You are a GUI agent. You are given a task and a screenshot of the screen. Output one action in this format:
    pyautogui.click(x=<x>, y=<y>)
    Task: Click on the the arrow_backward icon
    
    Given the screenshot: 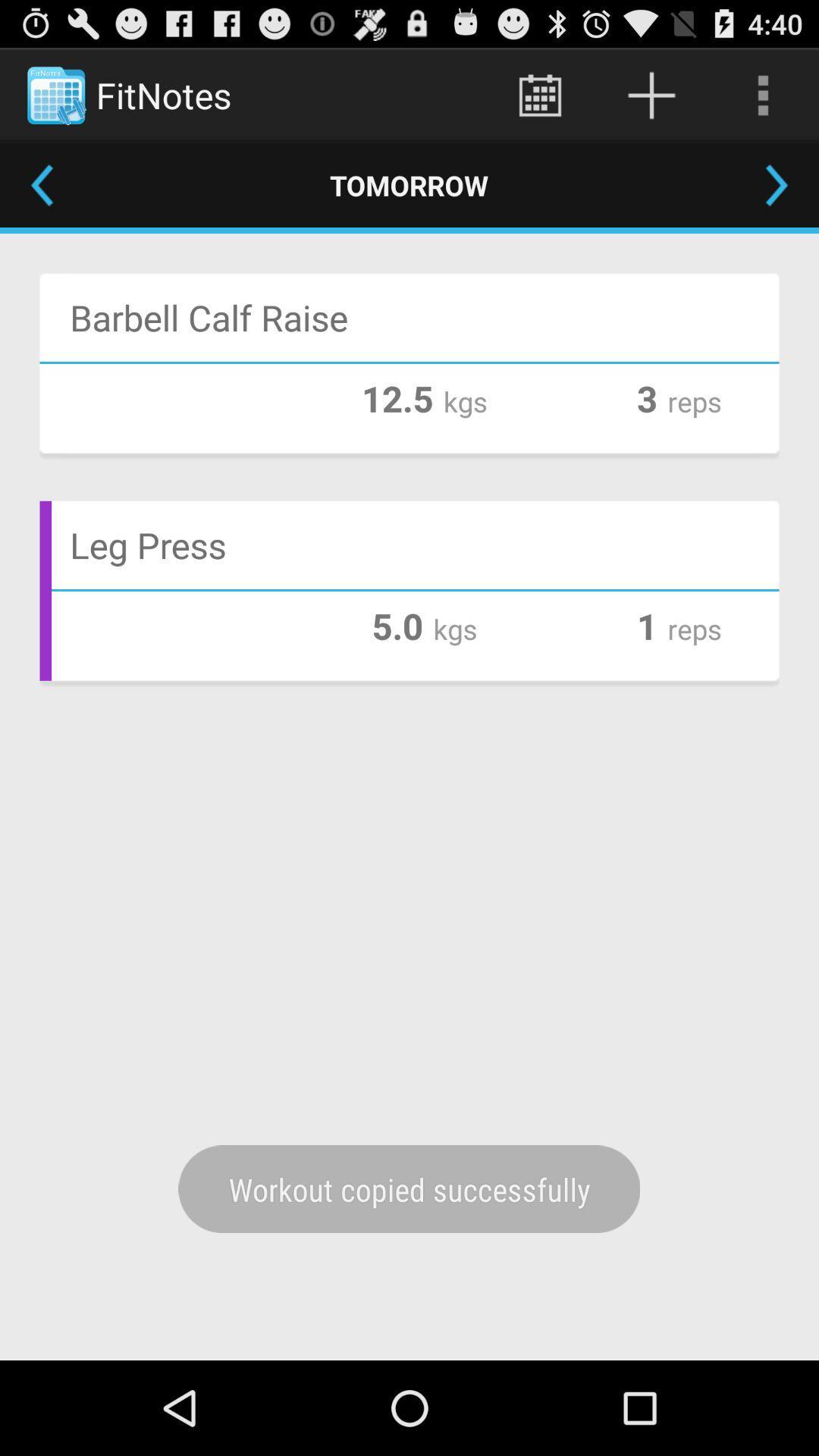 What is the action you would take?
    pyautogui.click(x=41, y=197)
    